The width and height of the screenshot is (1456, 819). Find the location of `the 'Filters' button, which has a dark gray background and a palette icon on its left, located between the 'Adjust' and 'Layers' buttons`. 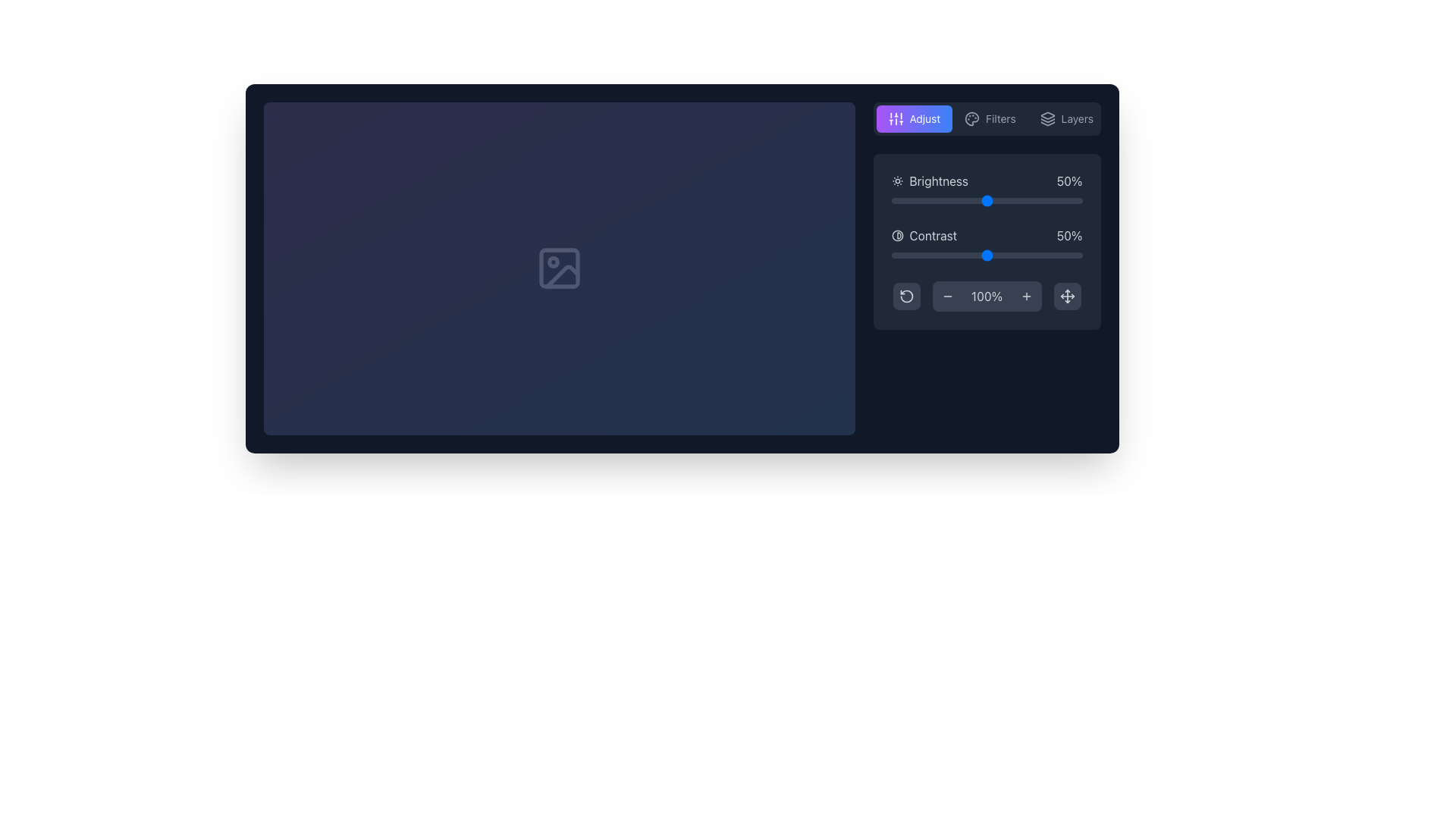

the 'Filters' button, which has a dark gray background and a palette icon on its left, located between the 'Adjust' and 'Layers' buttons is located at coordinates (990, 118).